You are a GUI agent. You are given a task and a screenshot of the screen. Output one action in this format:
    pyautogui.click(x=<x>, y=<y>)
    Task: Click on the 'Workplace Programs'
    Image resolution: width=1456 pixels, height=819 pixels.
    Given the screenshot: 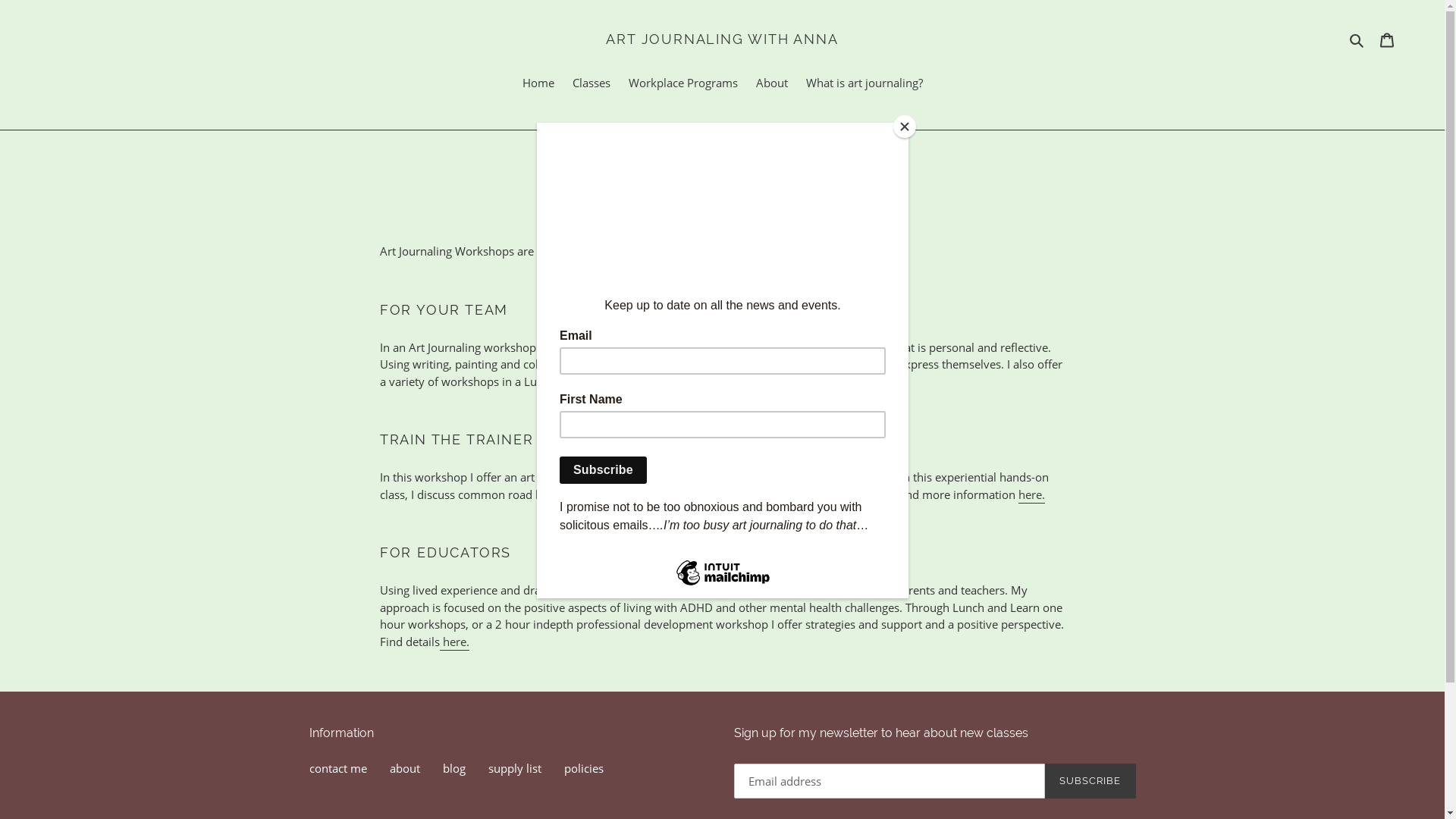 What is the action you would take?
    pyautogui.click(x=682, y=84)
    